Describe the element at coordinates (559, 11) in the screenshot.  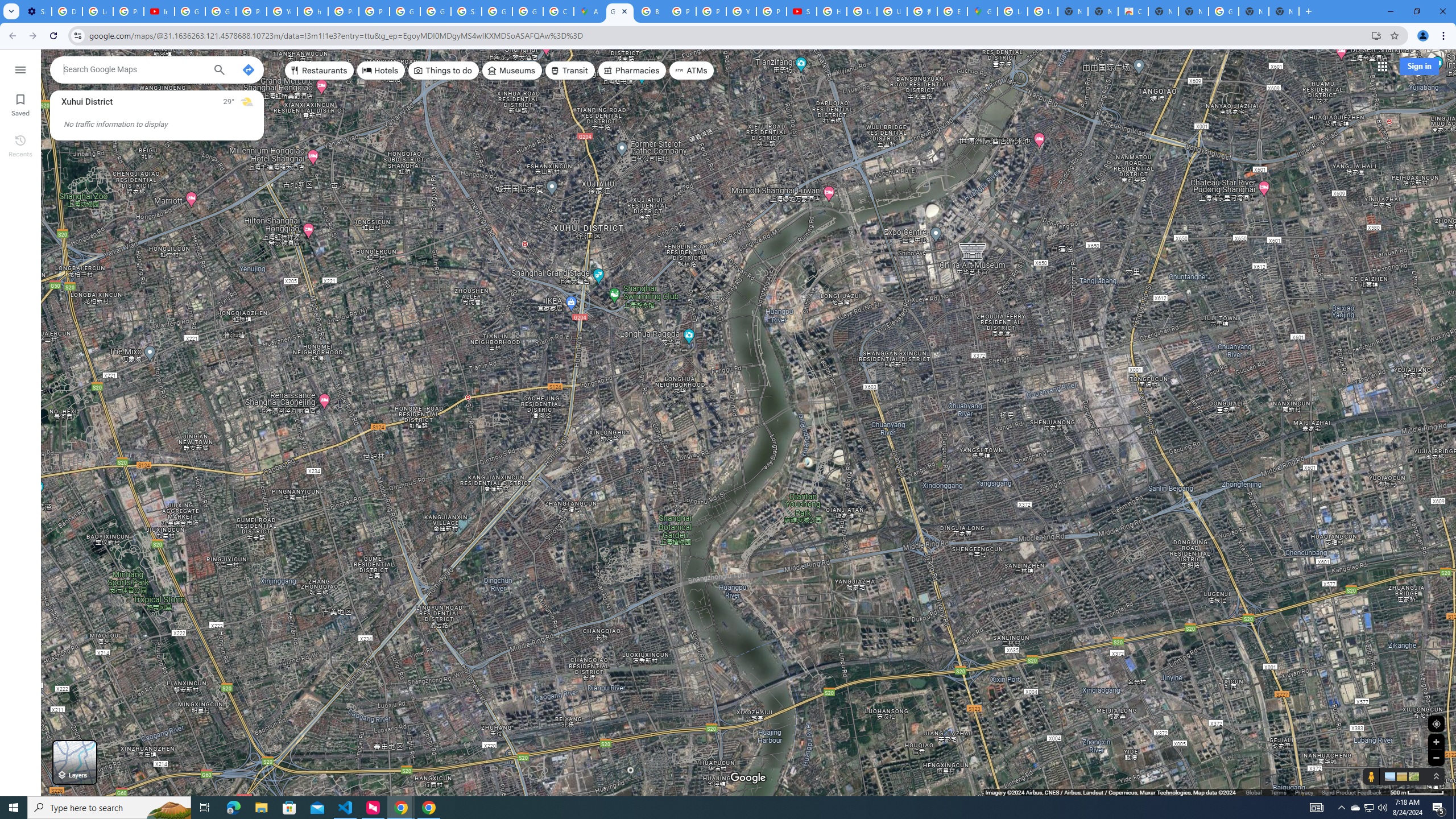
I see `'Create your Google Account'` at that location.